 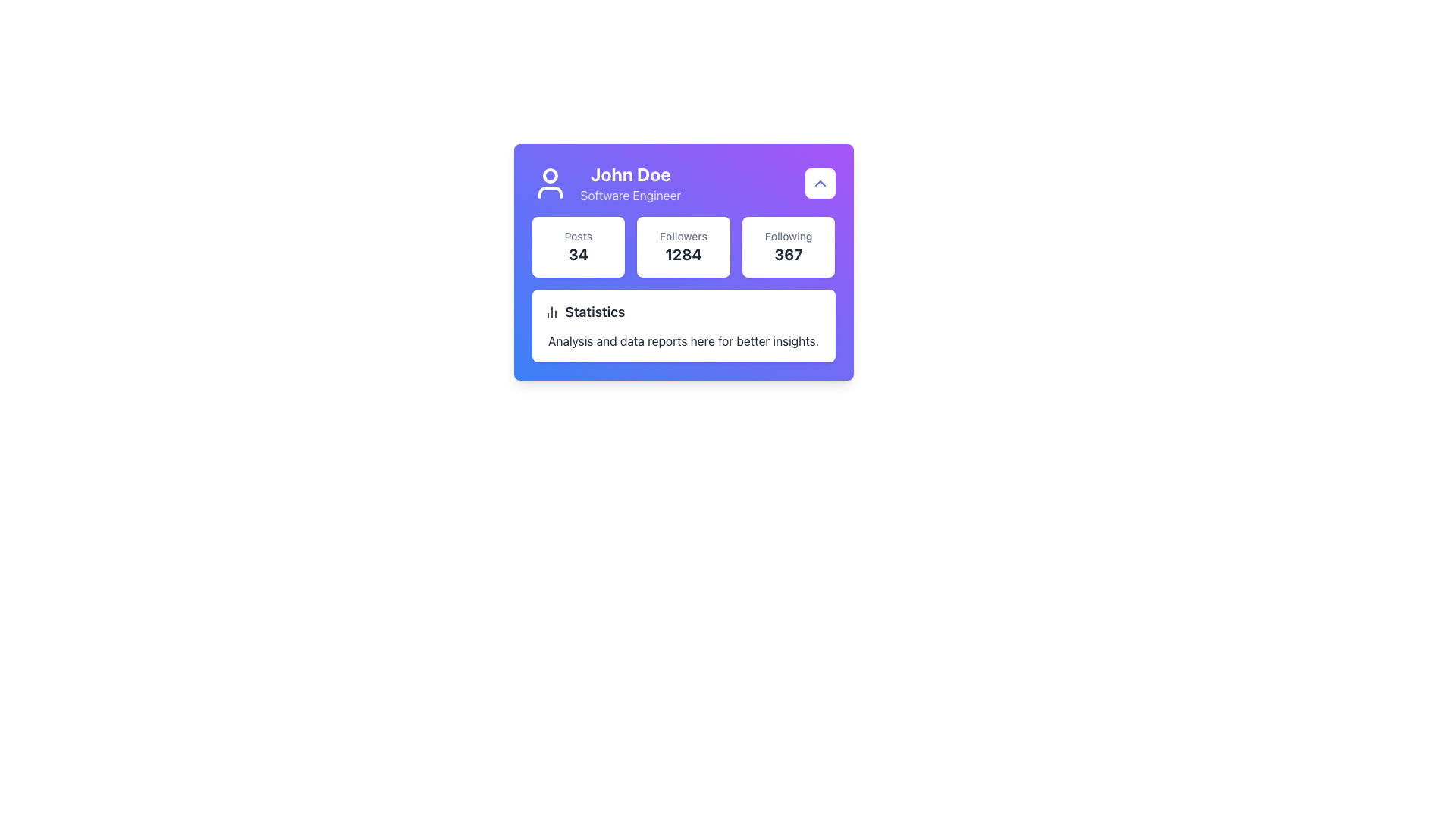 What do you see at coordinates (682, 312) in the screenshot?
I see `'Statistics' section header text label with icon to check its styling` at bounding box center [682, 312].